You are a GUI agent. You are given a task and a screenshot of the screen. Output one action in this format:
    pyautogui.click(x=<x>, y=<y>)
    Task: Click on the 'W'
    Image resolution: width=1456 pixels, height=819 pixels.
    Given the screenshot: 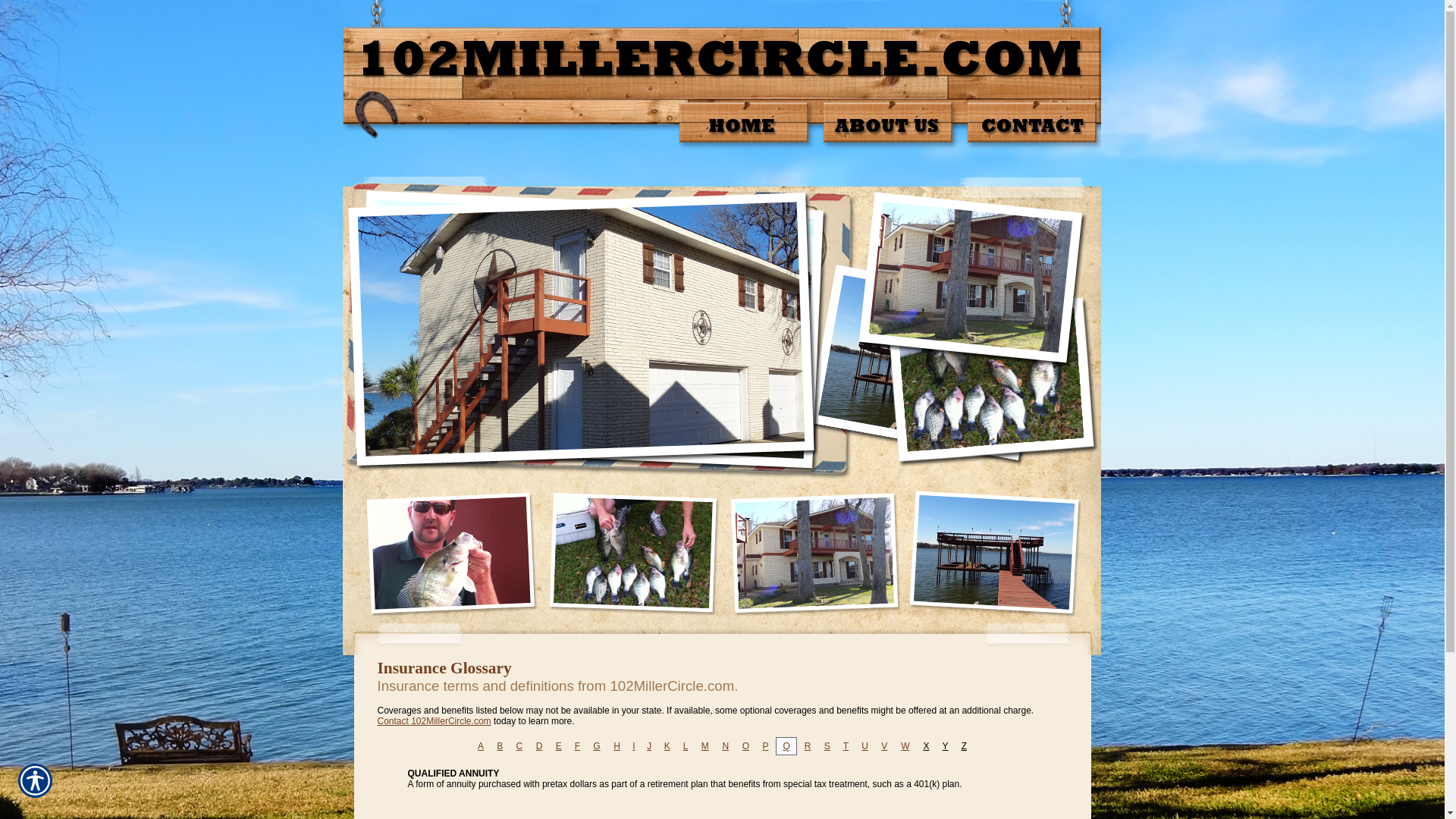 What is the action you would take?
    pyautogui.click(x=905, y=745)
    